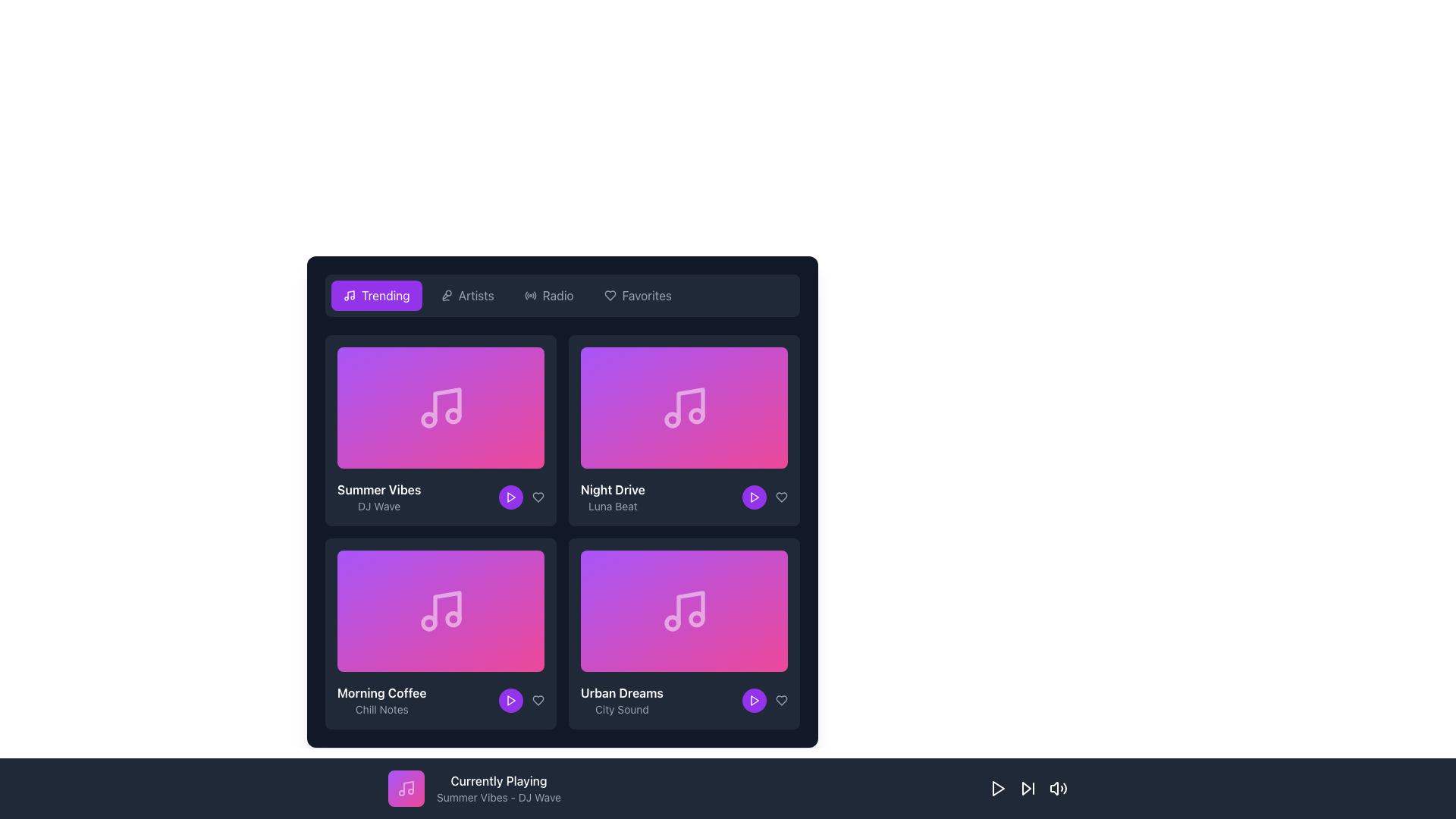 The width and height of the screenshot is (1456, 819). I want to click on the fourth card in the grid layout, which has a gradient background from purple to pink and features a large white musical note icon, so click(683, 610).